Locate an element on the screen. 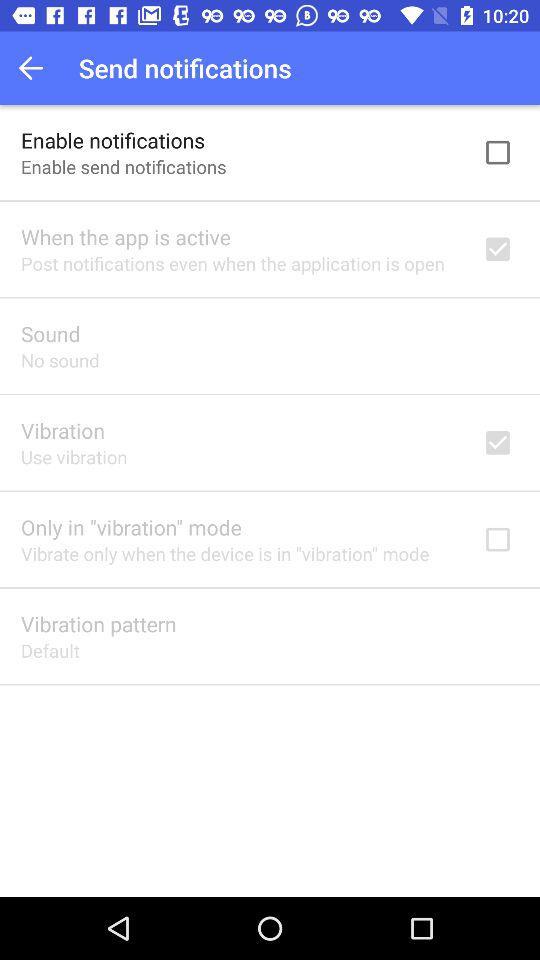  the app below the when the app app is located at coordinates (231, 262).